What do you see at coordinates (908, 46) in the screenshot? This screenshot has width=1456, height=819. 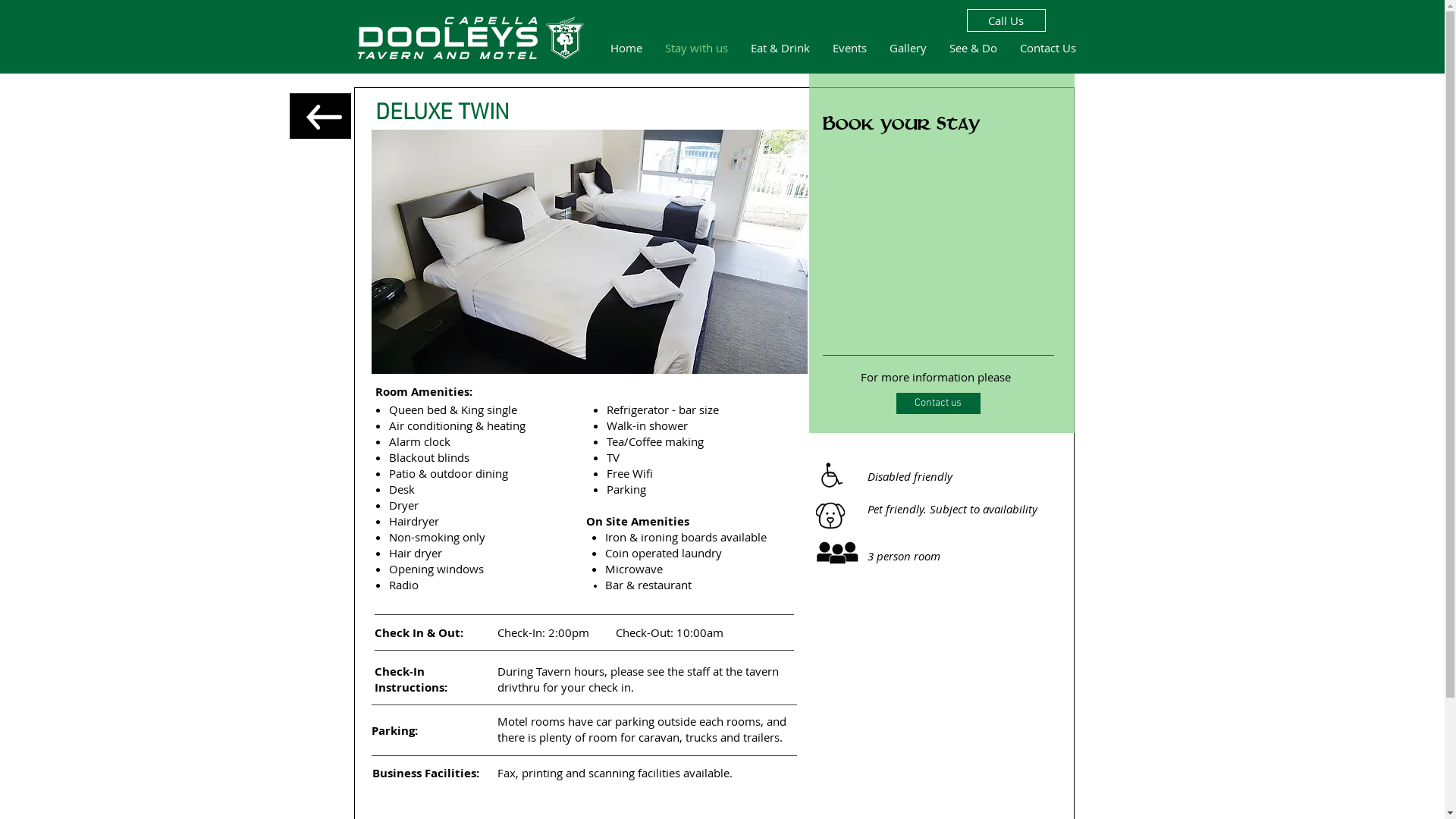 I see `'Gallery'` at bounding box center [908, 46].